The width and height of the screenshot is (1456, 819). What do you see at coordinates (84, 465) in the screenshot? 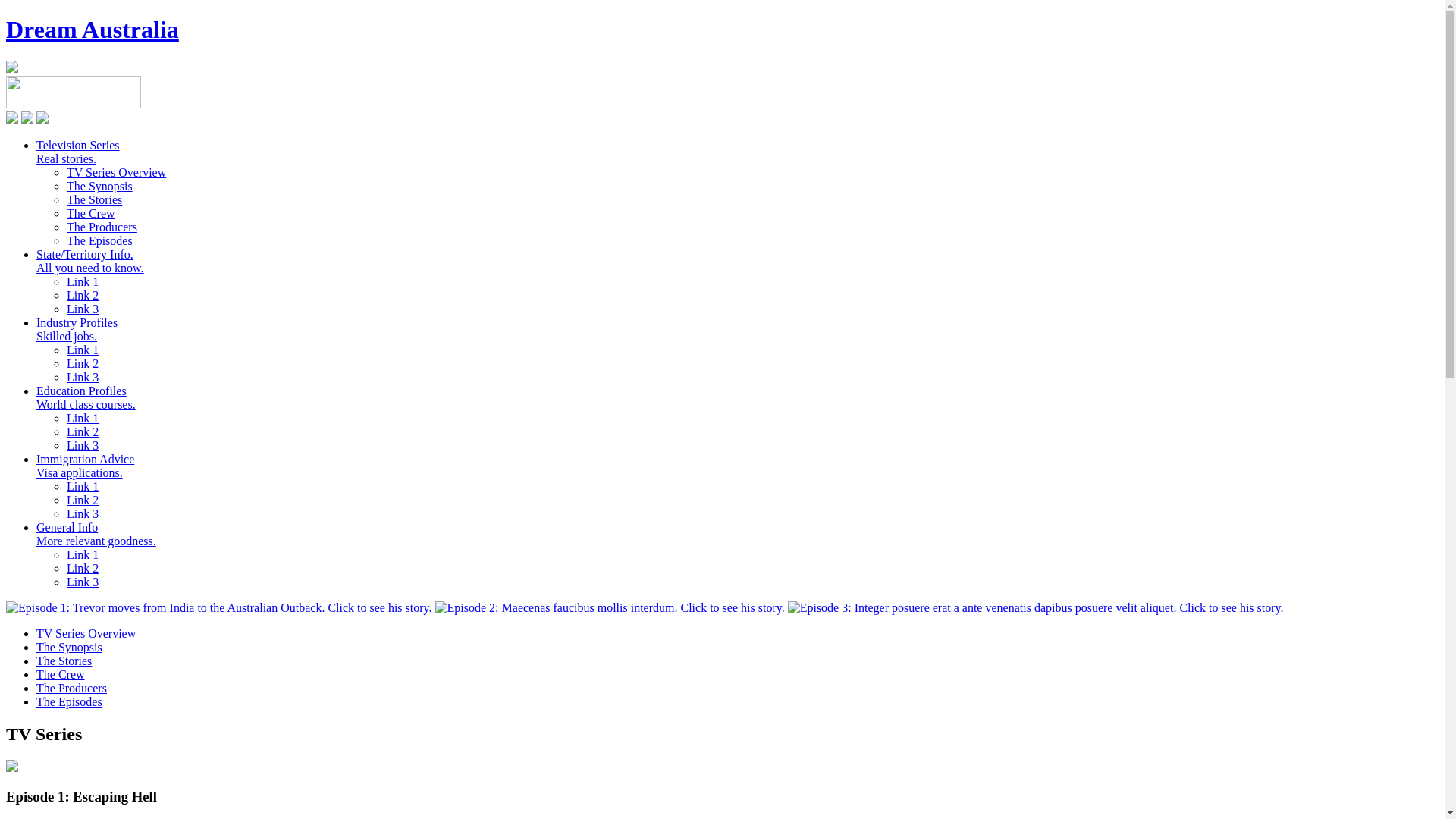
I see `'Immigration Advice` at bounding box center [84, 465].